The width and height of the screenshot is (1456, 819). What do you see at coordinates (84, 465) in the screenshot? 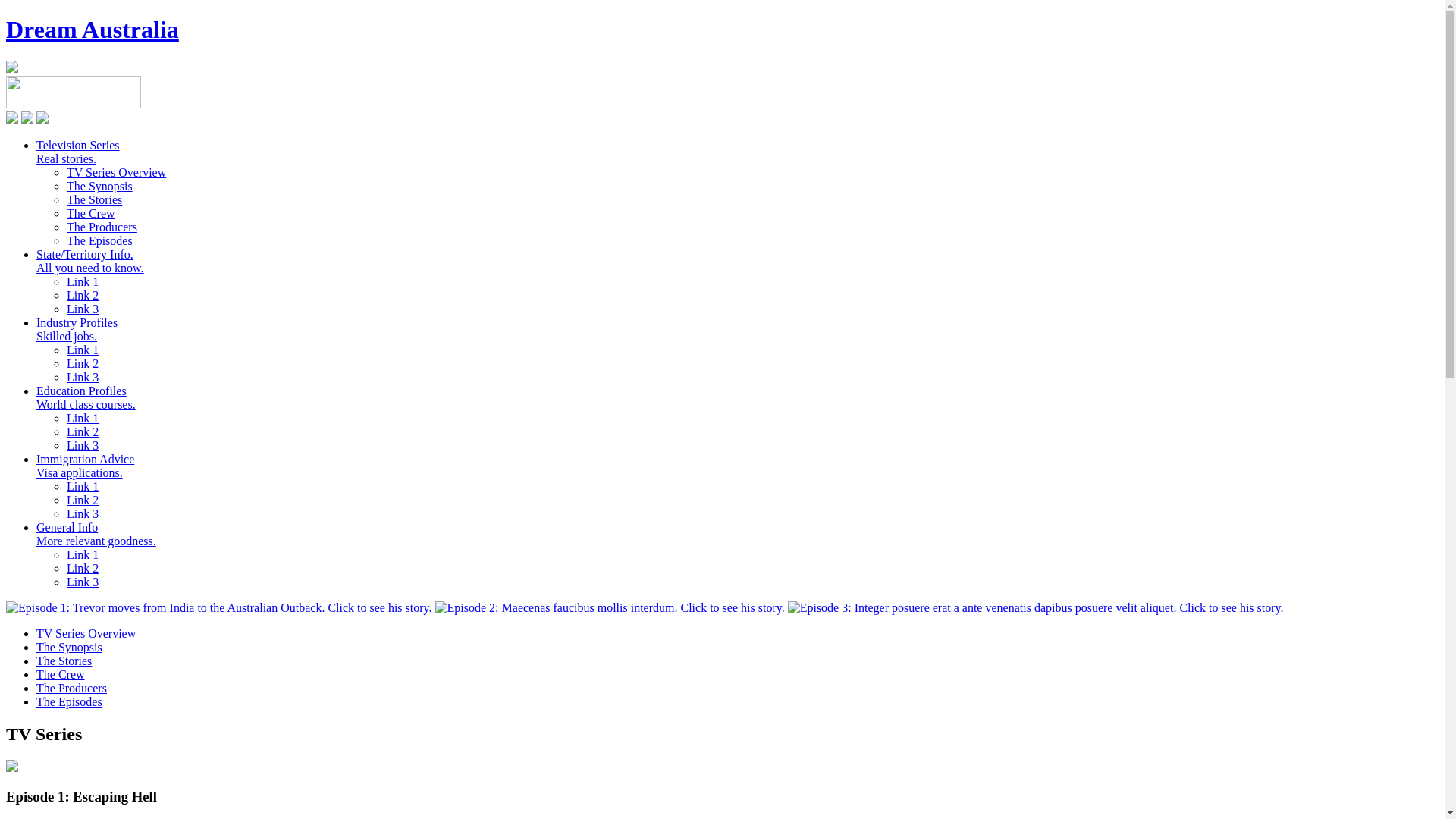
I see `'Immigration Advice` at bounding box center [84, 465].